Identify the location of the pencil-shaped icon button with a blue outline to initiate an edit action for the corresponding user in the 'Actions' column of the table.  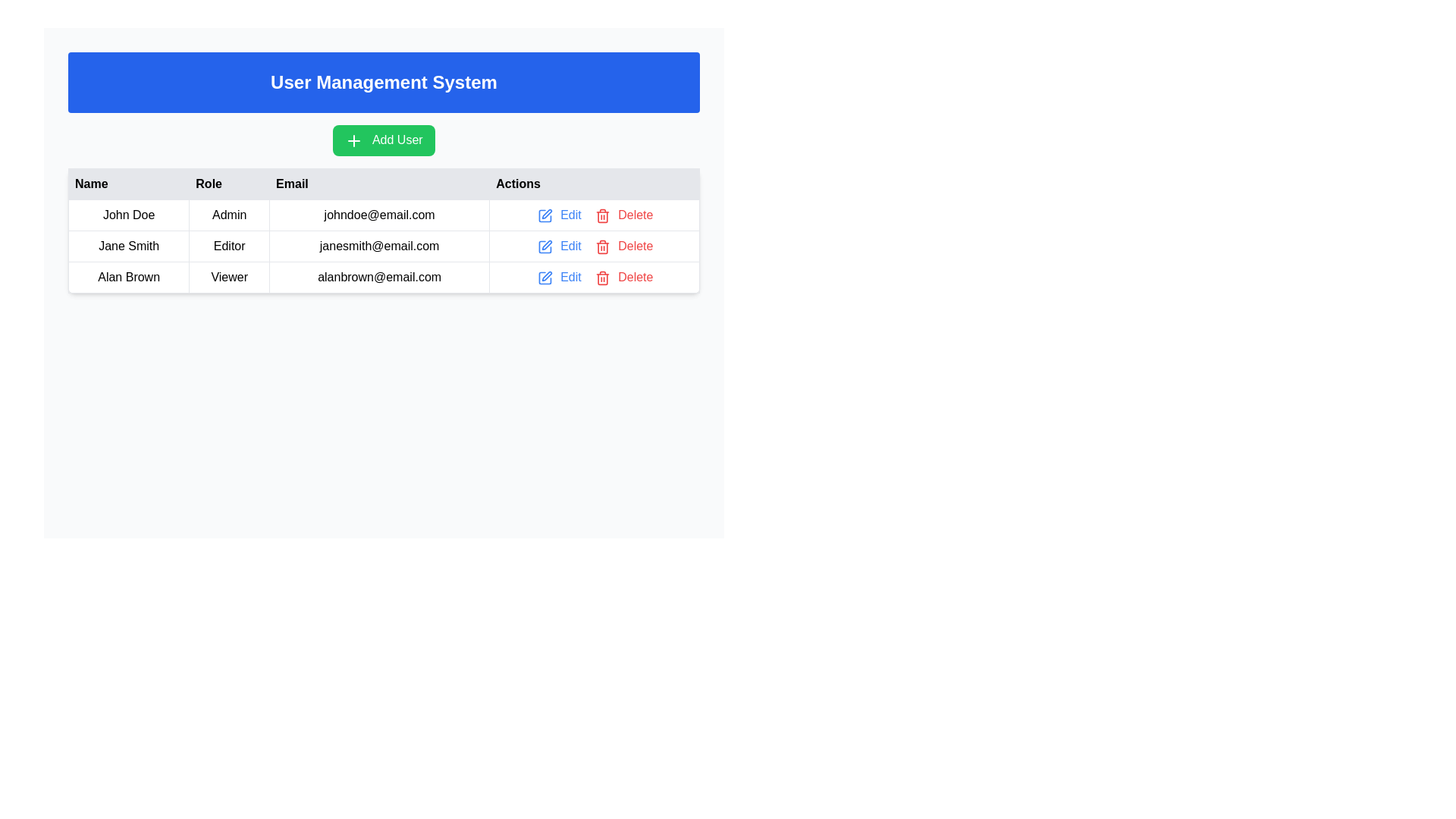
(544, 215).